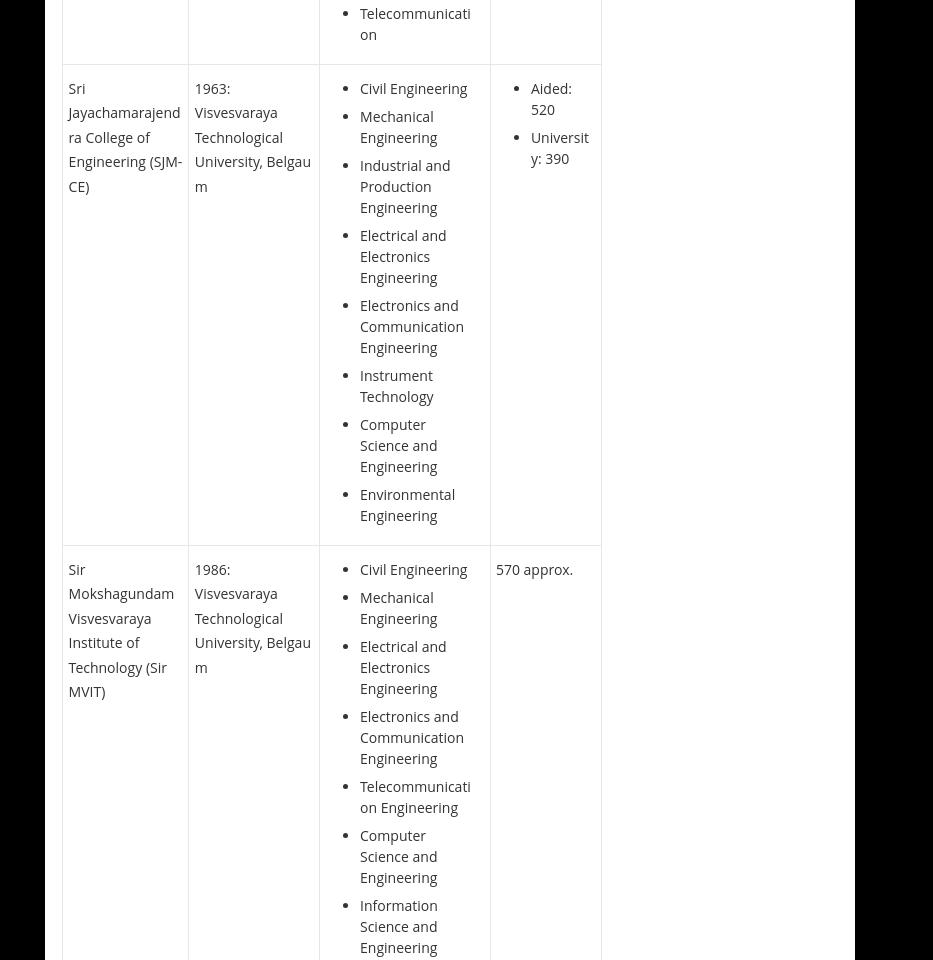 This screenshot has height=960, width=933. What do you see at coordinates (398, 925) in the screenshot?
I see `'Information Science and Engineering'` at bounding box center [398, 925].